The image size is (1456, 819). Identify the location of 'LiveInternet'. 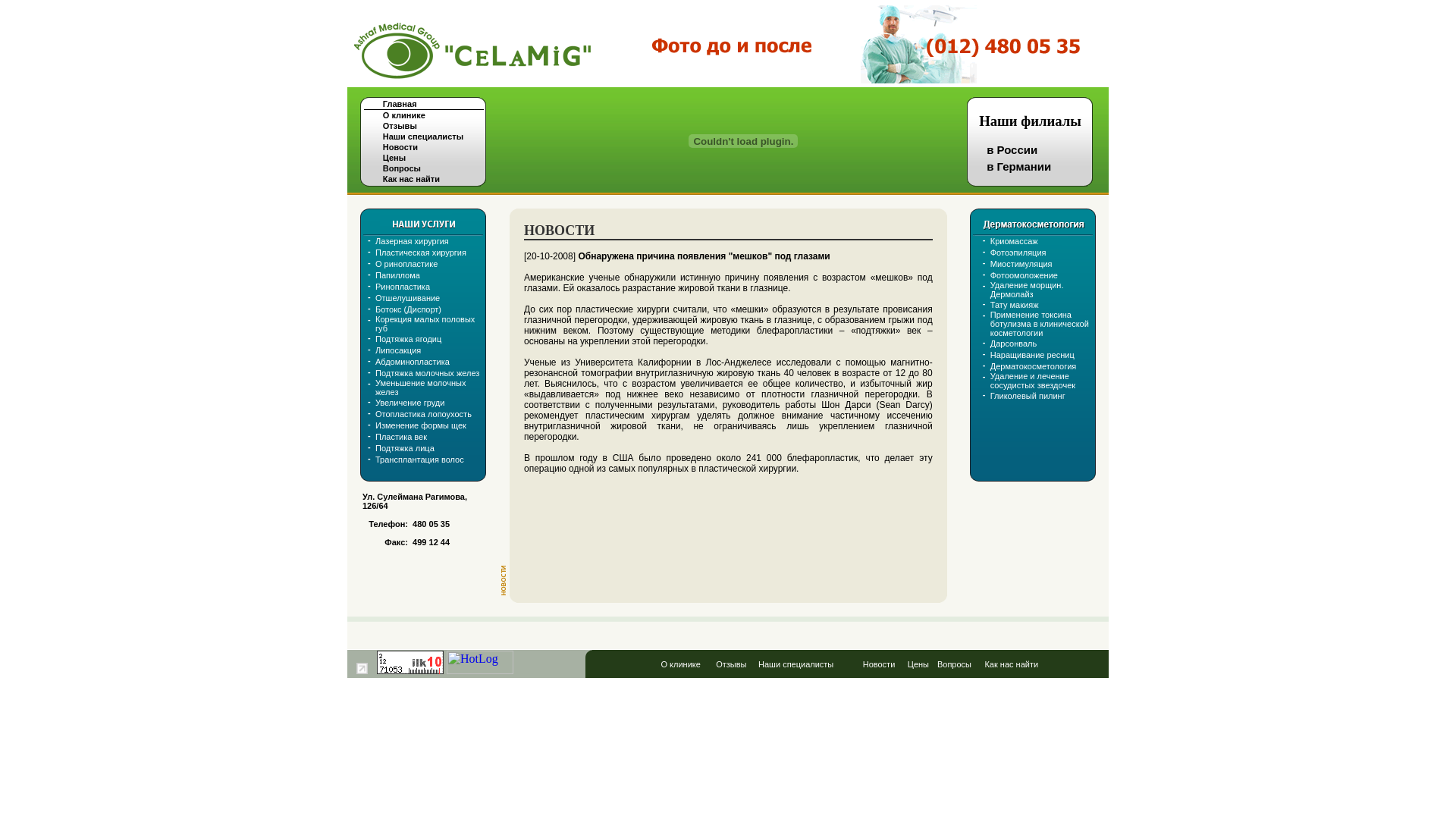
(361, 667).